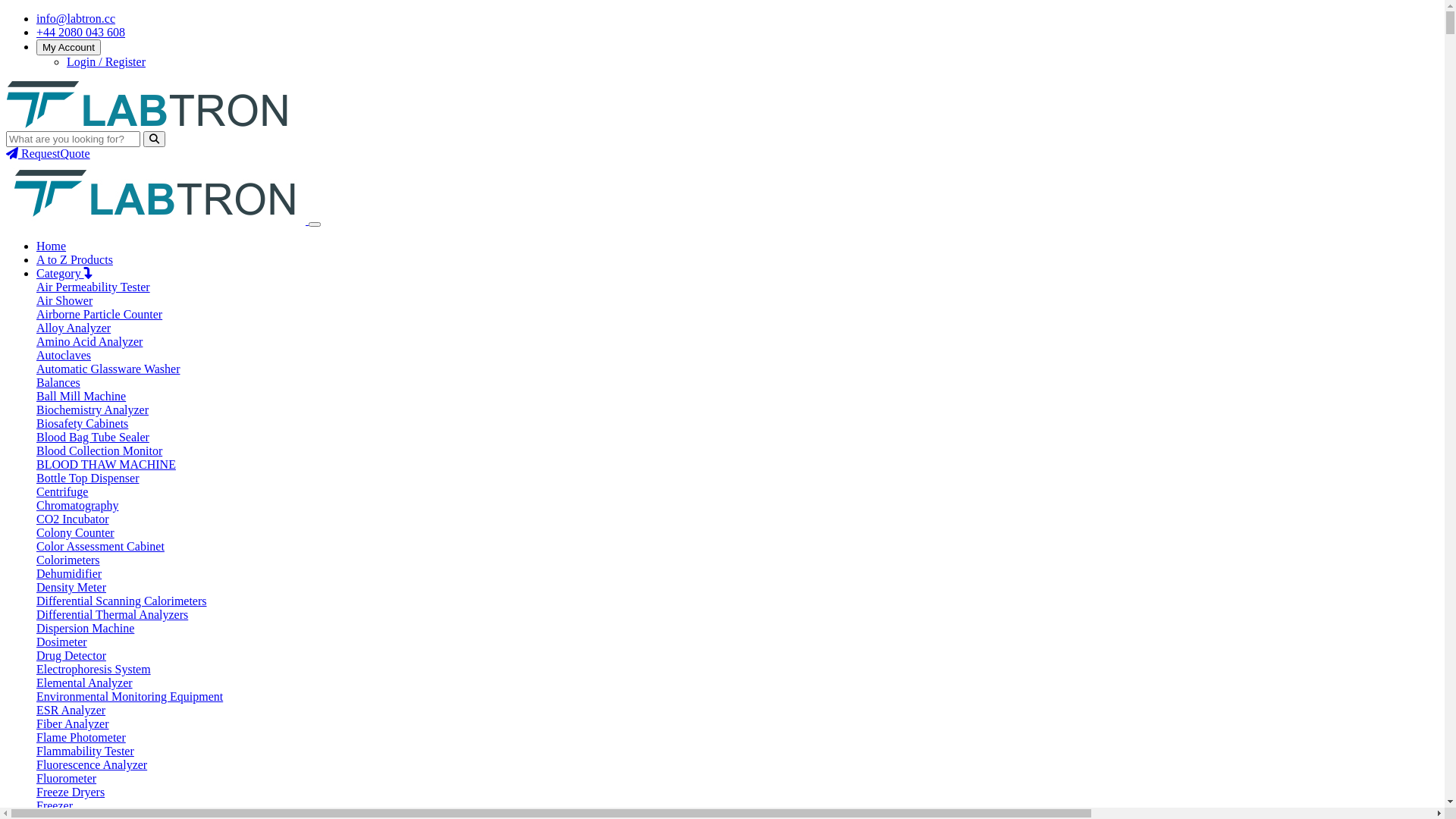 This screenshot has width=1456, height=819. Describe the element at coordinates (58, 381) in the screenshot. I see `'Balances'` at that location.